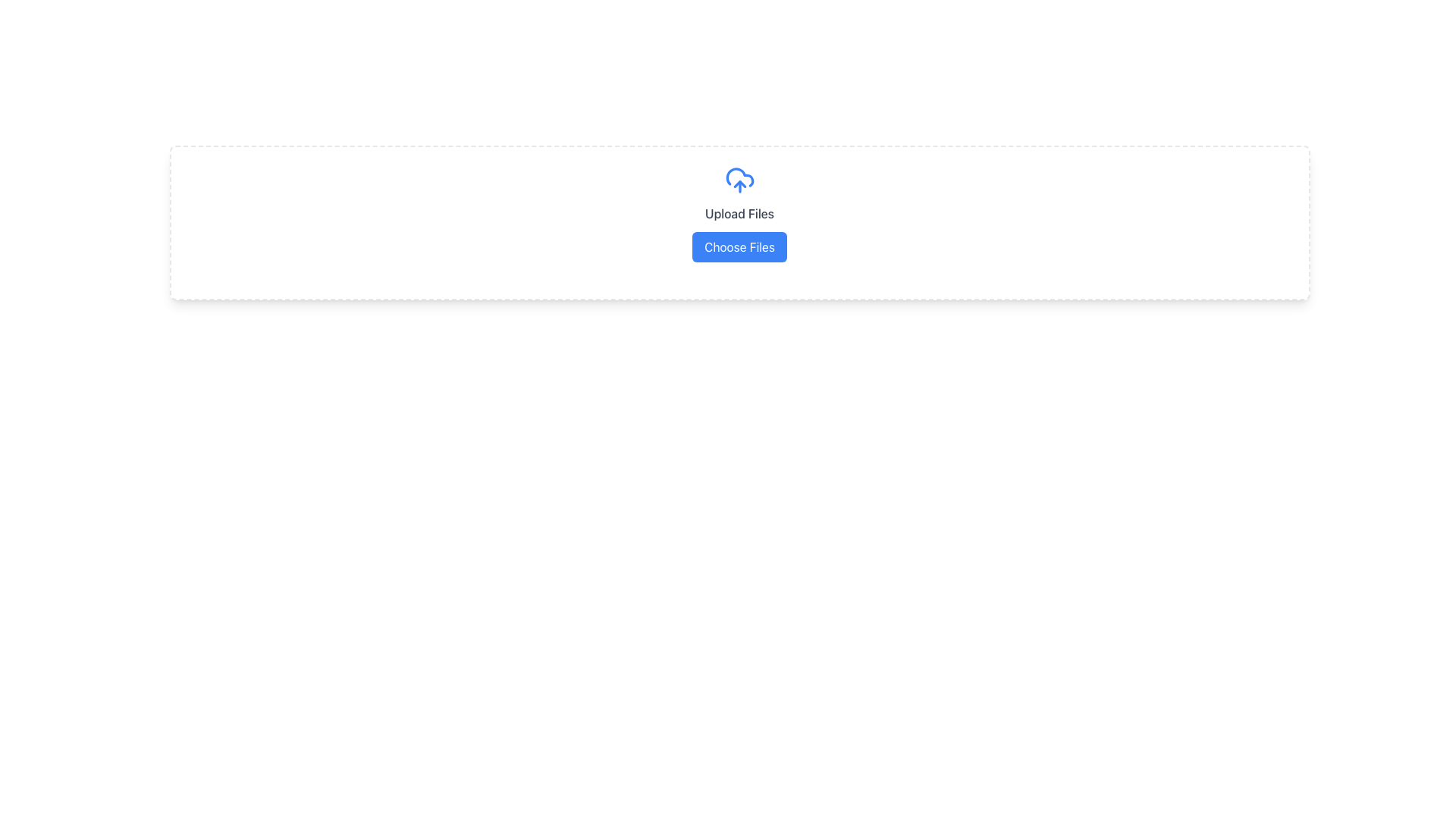  What do you see at coordinates (739, 246) in the screenshot?
I see `the button located below the 'Upload Files' label` at bounding box center [739, 246].